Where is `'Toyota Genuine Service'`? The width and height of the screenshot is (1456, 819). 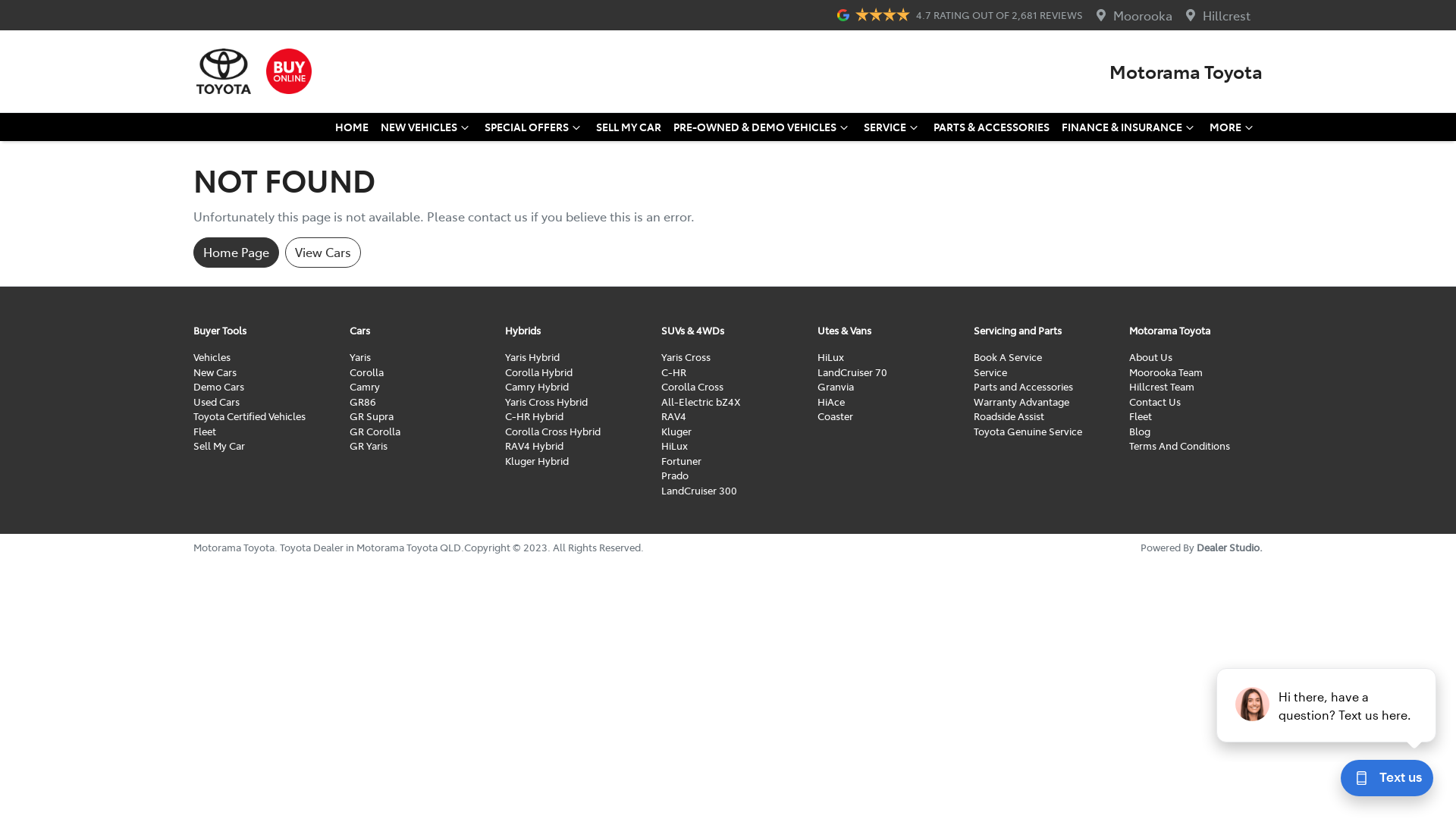
'Toyota Genuine Service' is located at coordinates (1028, 431).